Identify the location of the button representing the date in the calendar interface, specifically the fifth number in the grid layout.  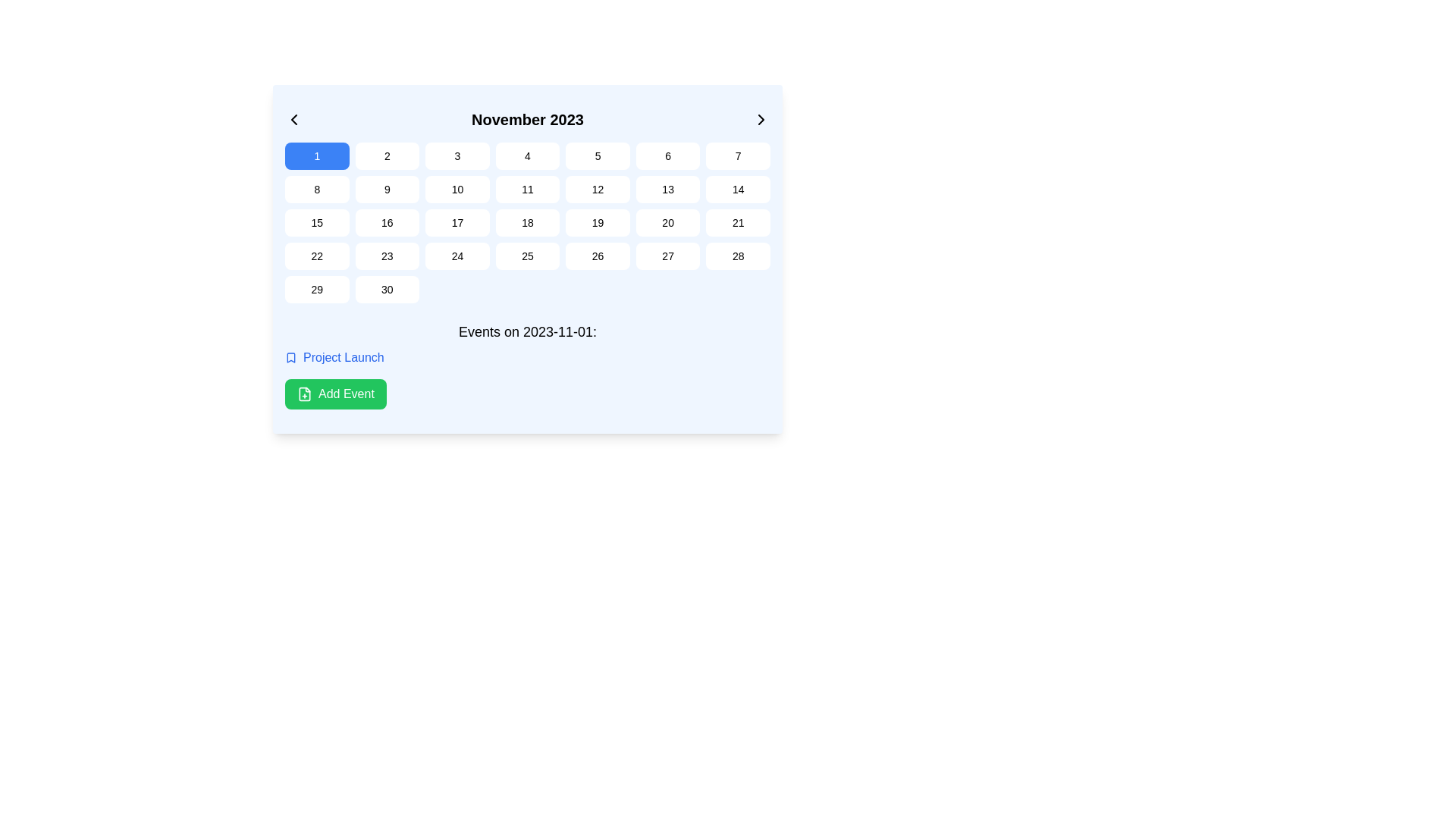
(597, 155).